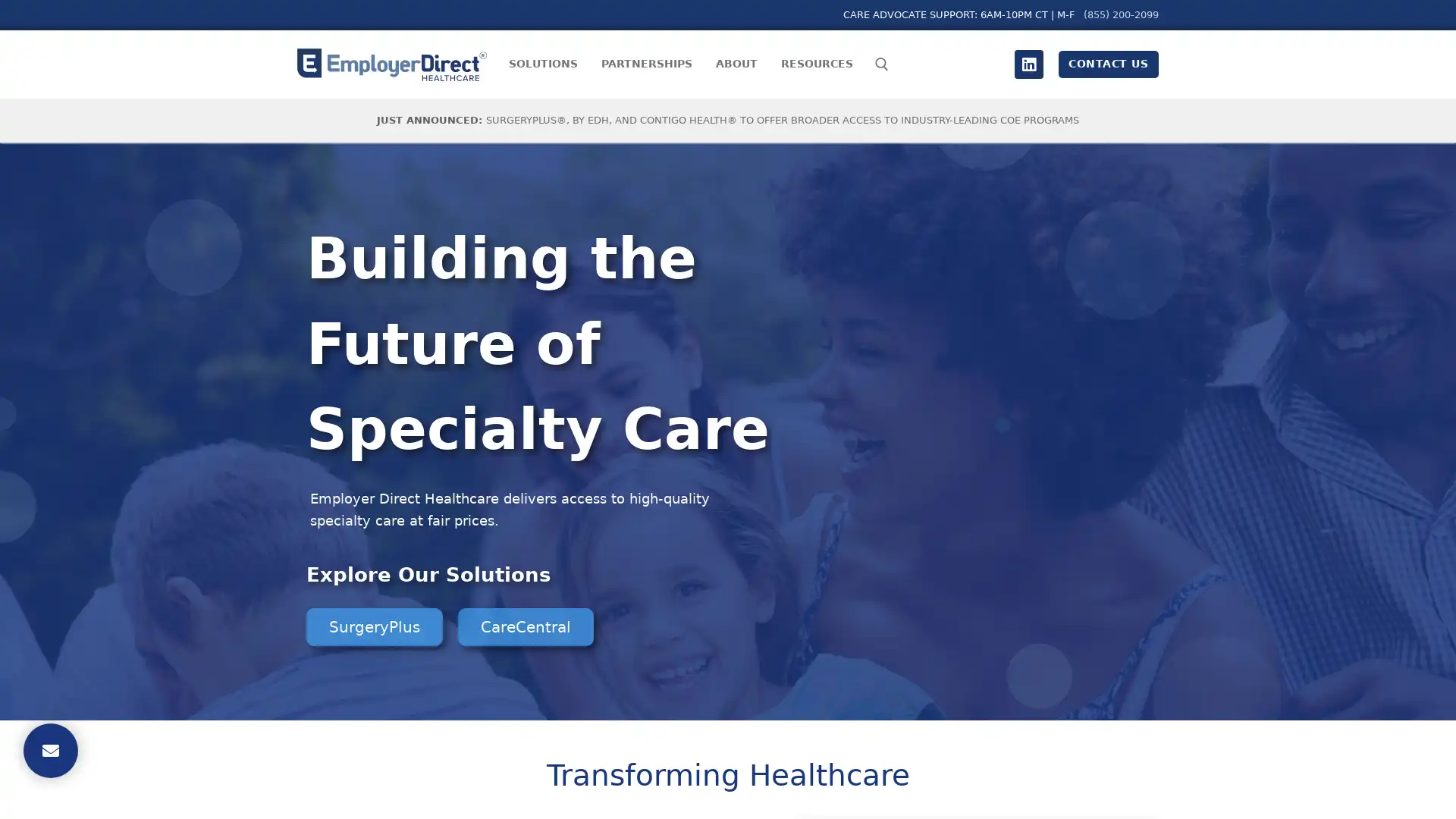 The image size is (1456, 819). Describe the element at coordinates (525, 626) in the screenshot. I see `CareCentral` at that location.